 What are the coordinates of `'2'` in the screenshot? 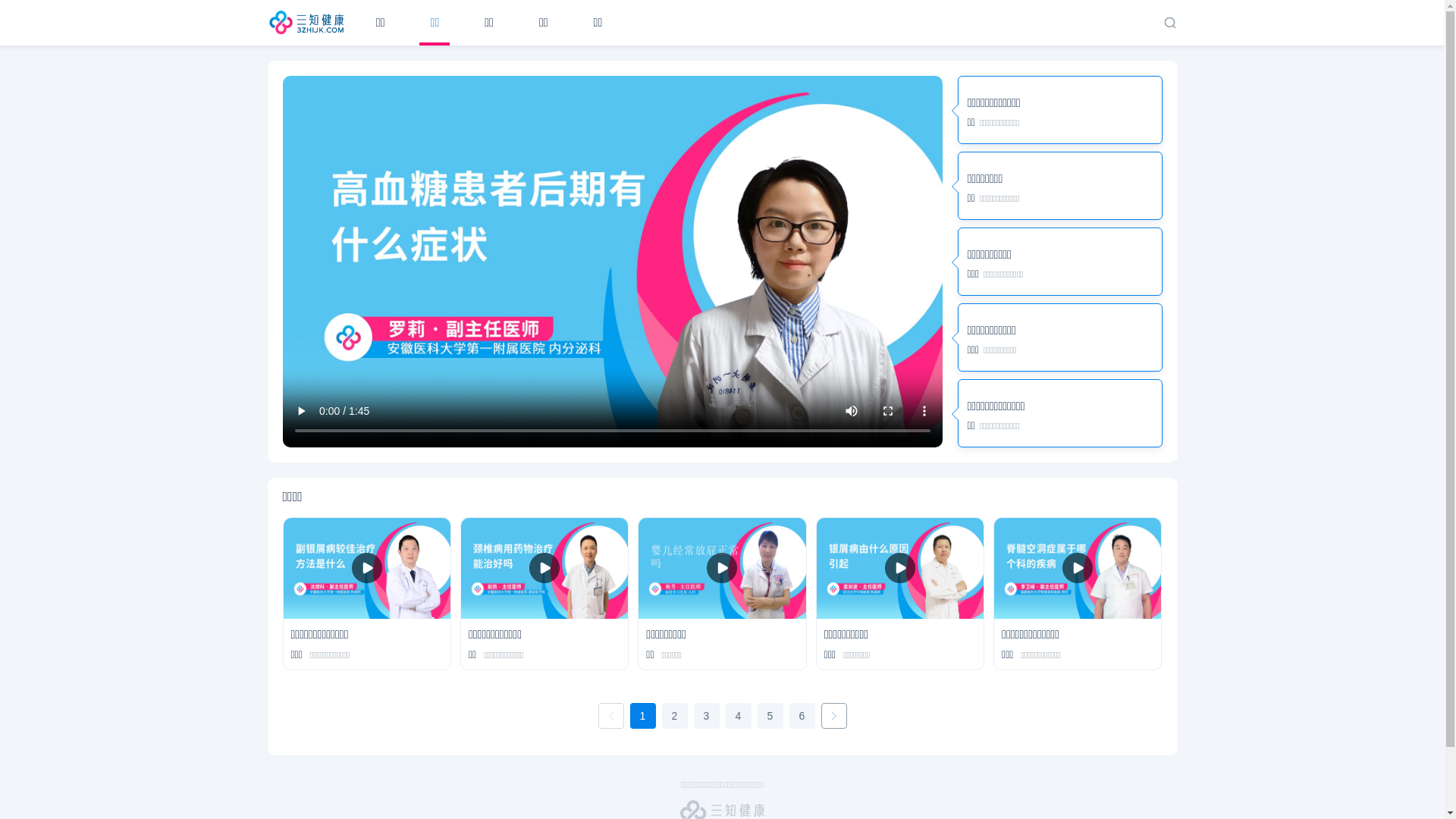 It's located at (661, 716).